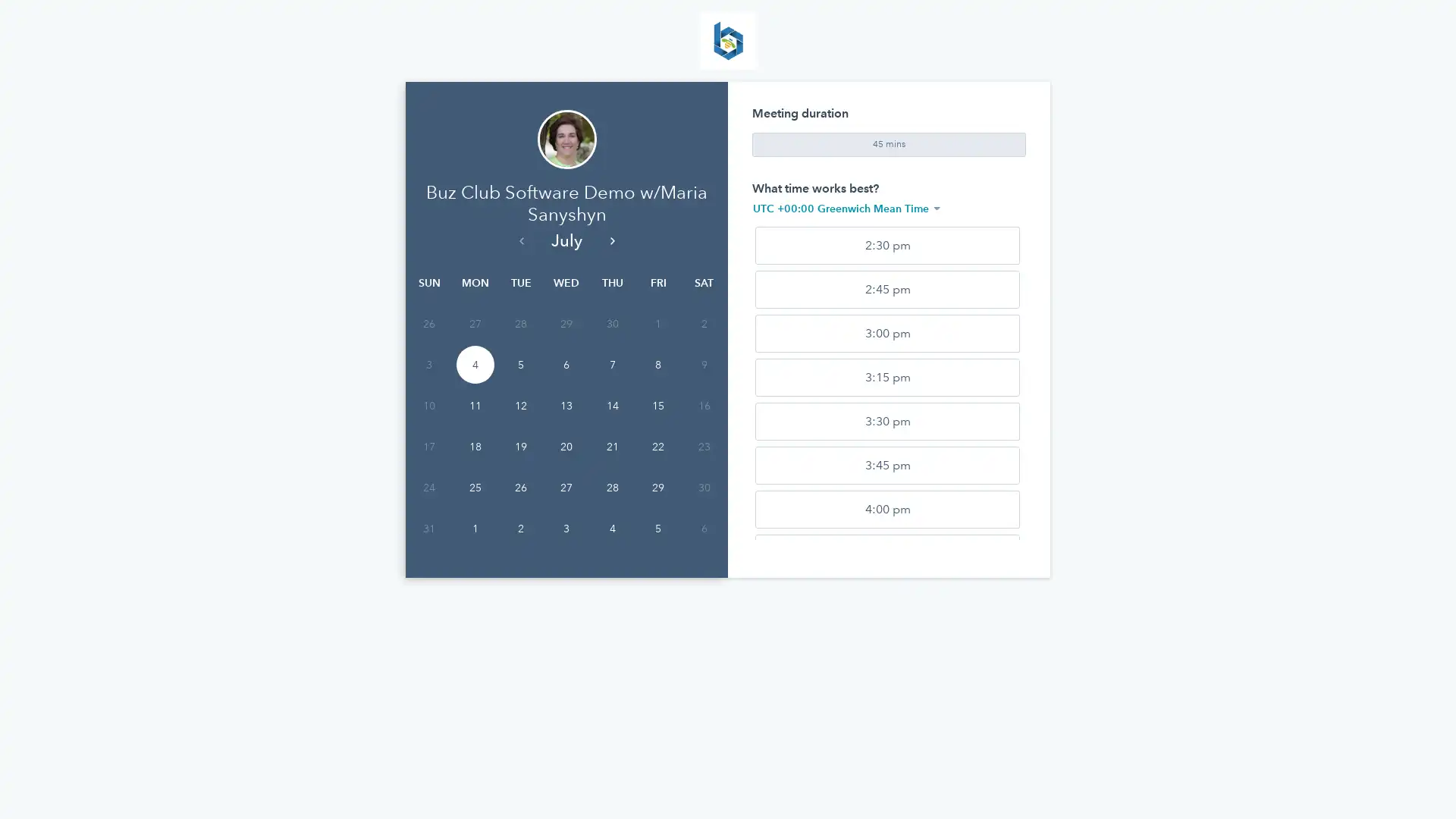 This screenshot has height=819, width=1456. What do you see at coordinates (702, 488) in the screenshot?
I see `July 30th` at bounding box center [702, 488].